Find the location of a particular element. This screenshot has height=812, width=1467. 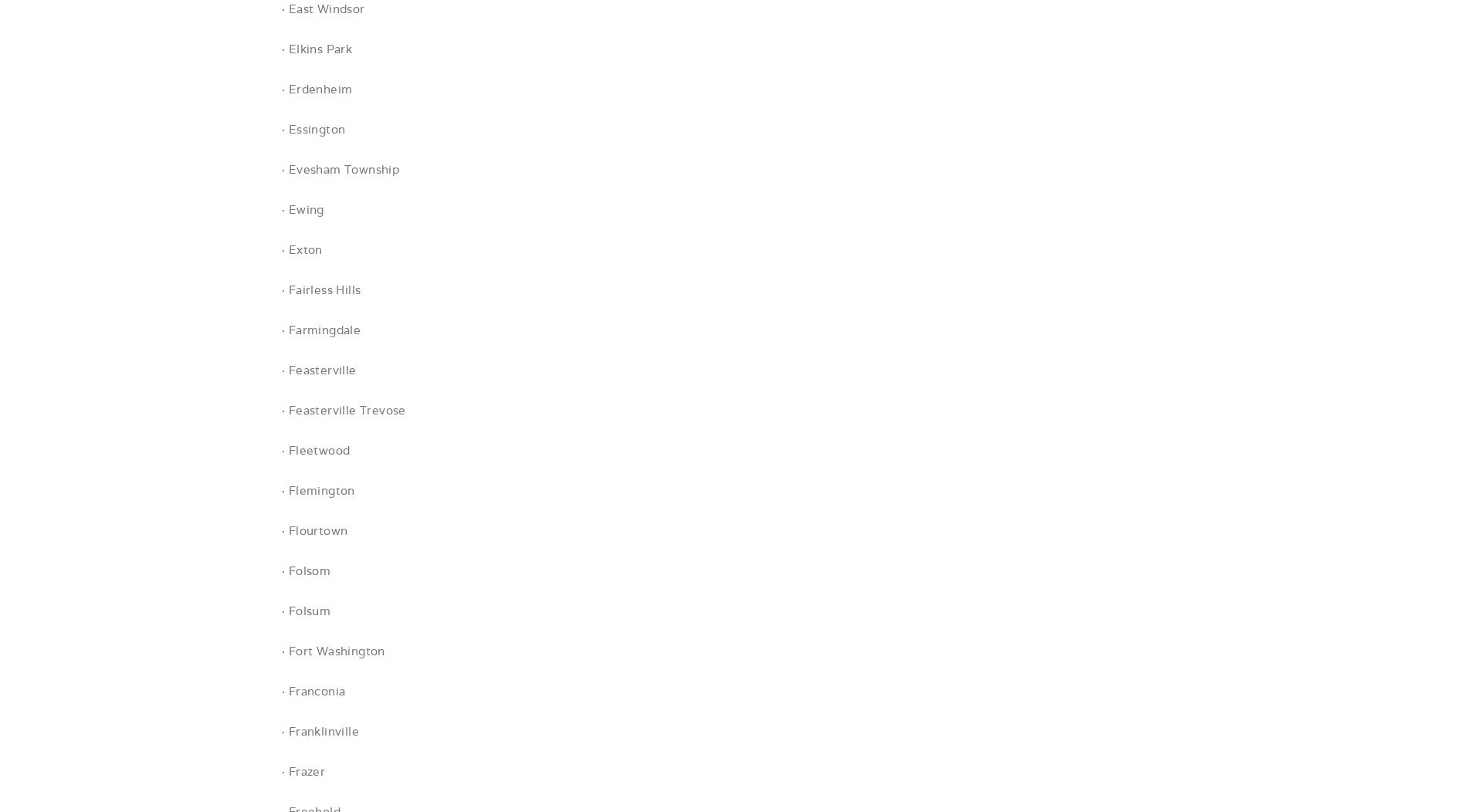

'· Flourtown' is located at coordinates (280, 529).